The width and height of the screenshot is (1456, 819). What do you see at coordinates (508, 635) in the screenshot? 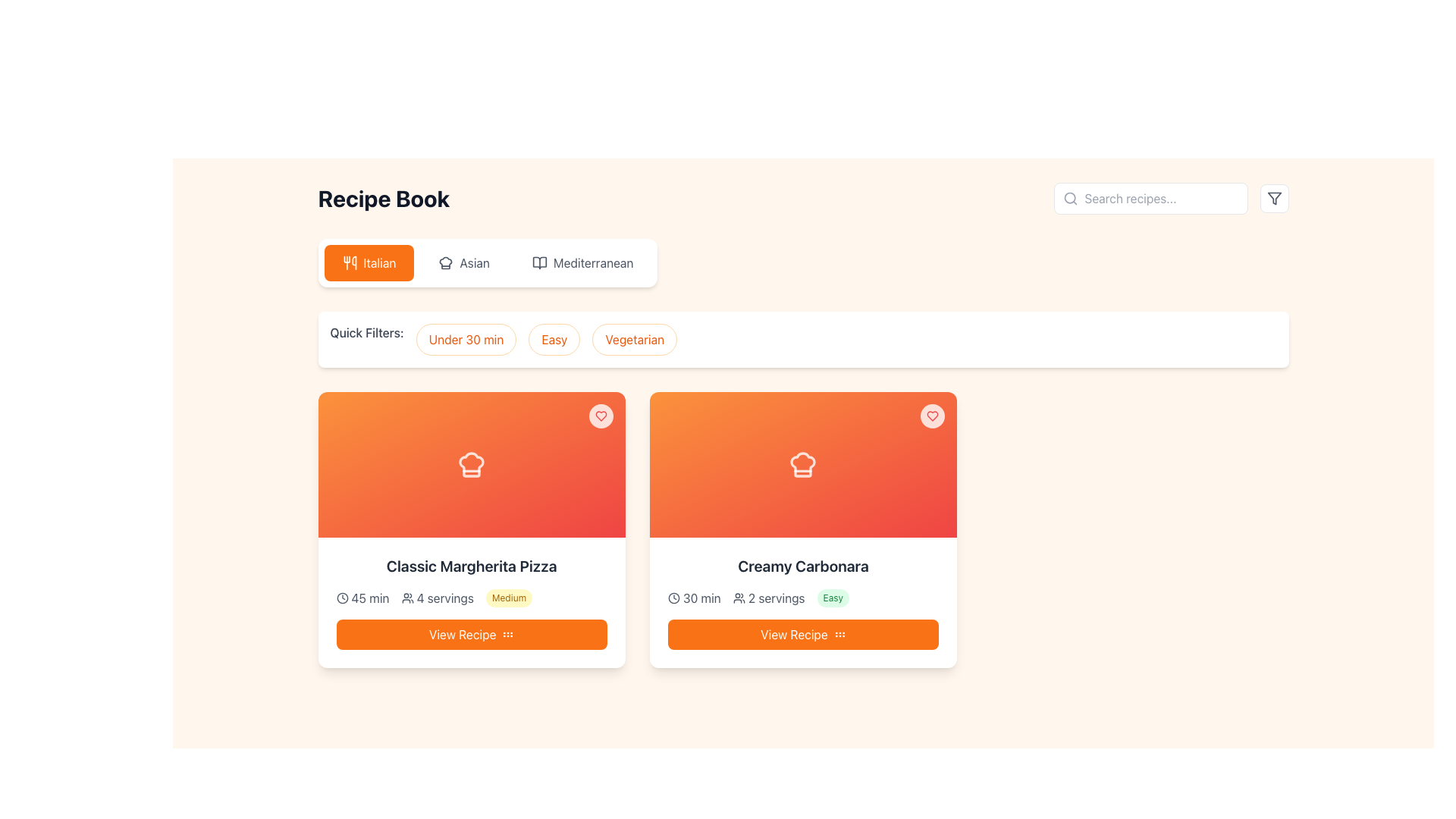
I see `the Grip handle icon located at the far right of the orange 'View Recipe' button beneath the 'Creamy Carbonara' card` at bounding box center [508, 635].